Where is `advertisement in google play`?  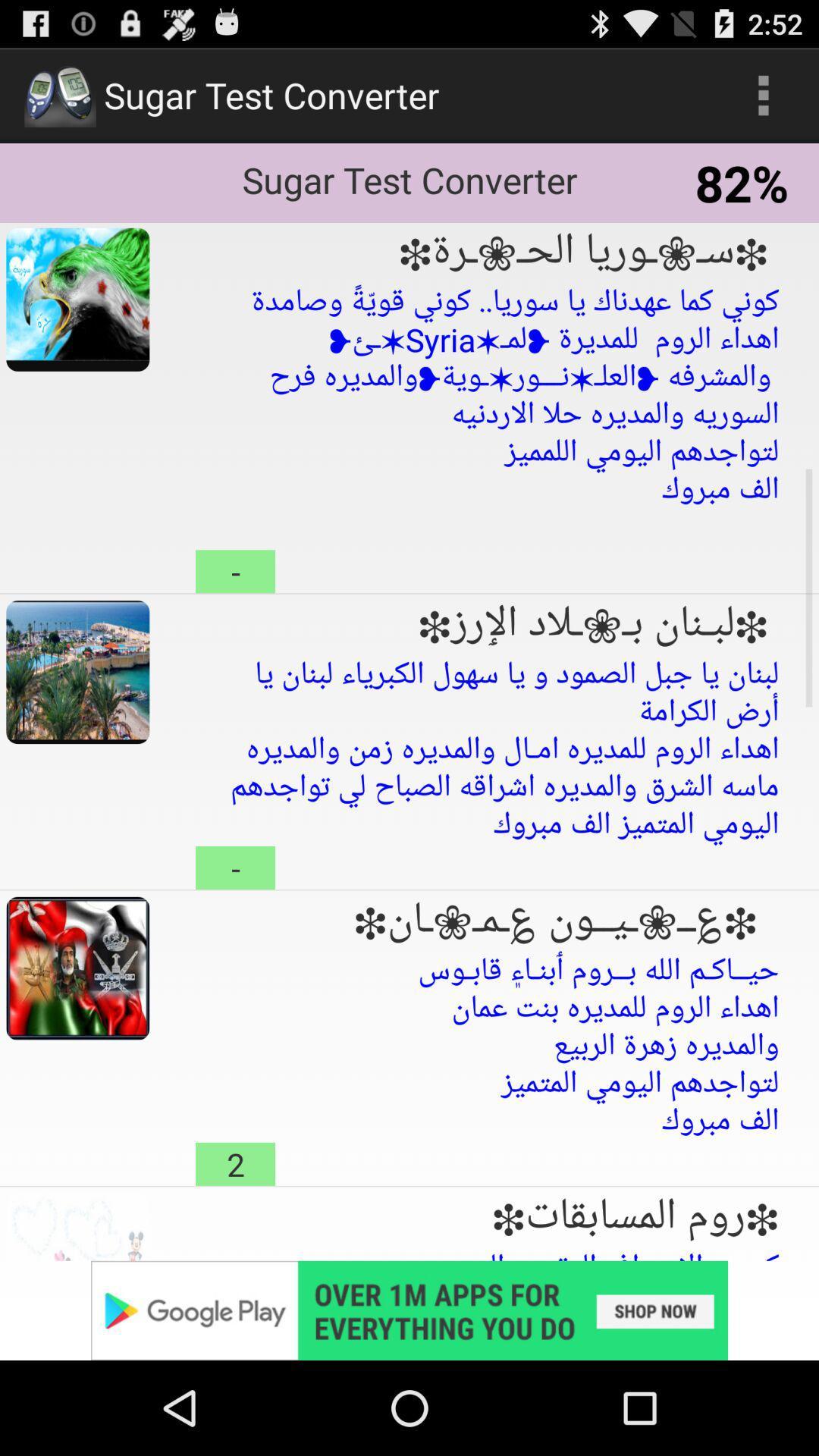 advertisement in google play is located at coordinates (409, 1310).